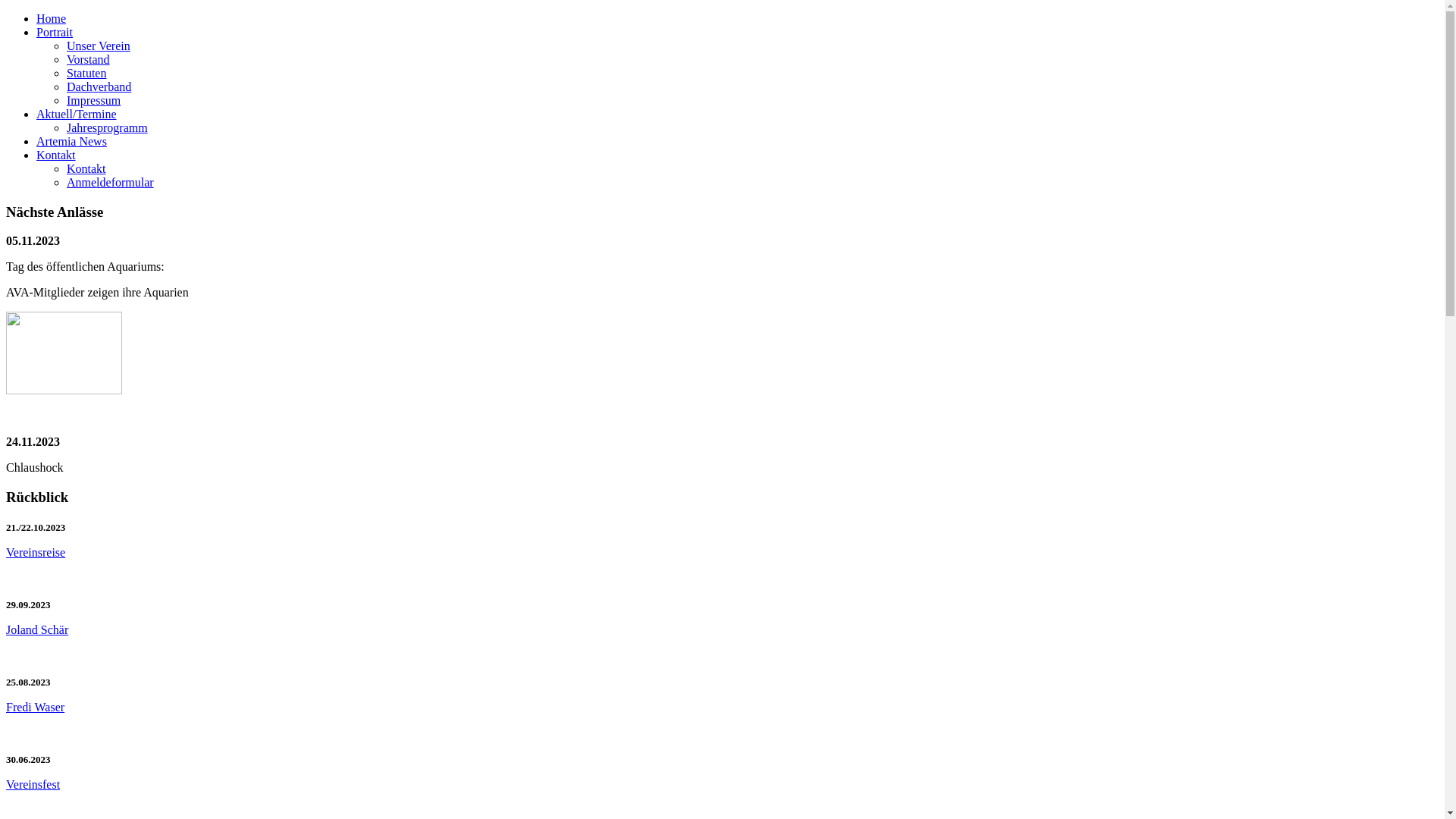 The width and height of the screenshot is (1456, 819). I want to click on 'Vereinsfest', so click(33, 784).